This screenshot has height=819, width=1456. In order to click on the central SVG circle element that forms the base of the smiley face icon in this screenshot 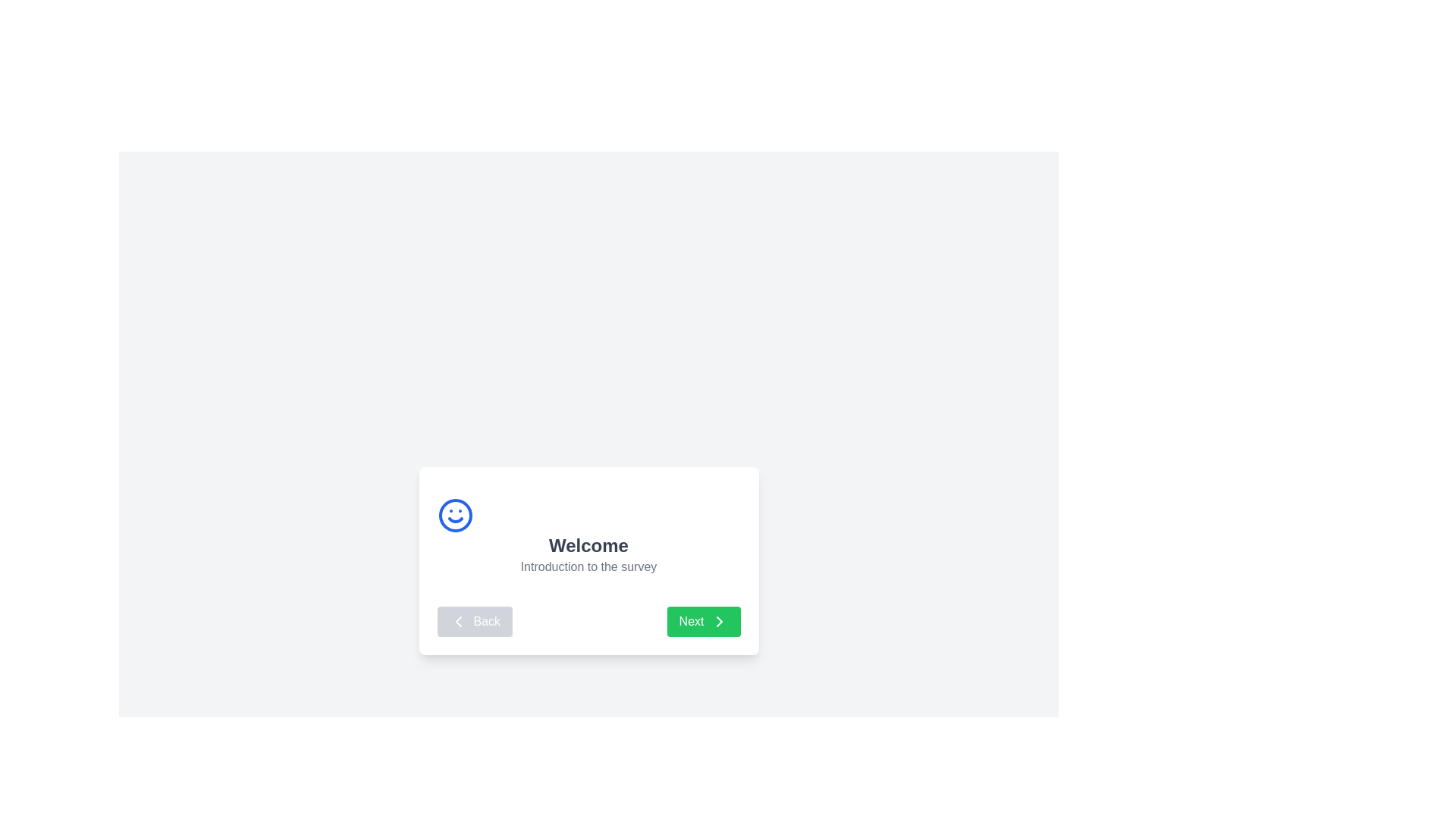, I will do `click(454, 514)`.